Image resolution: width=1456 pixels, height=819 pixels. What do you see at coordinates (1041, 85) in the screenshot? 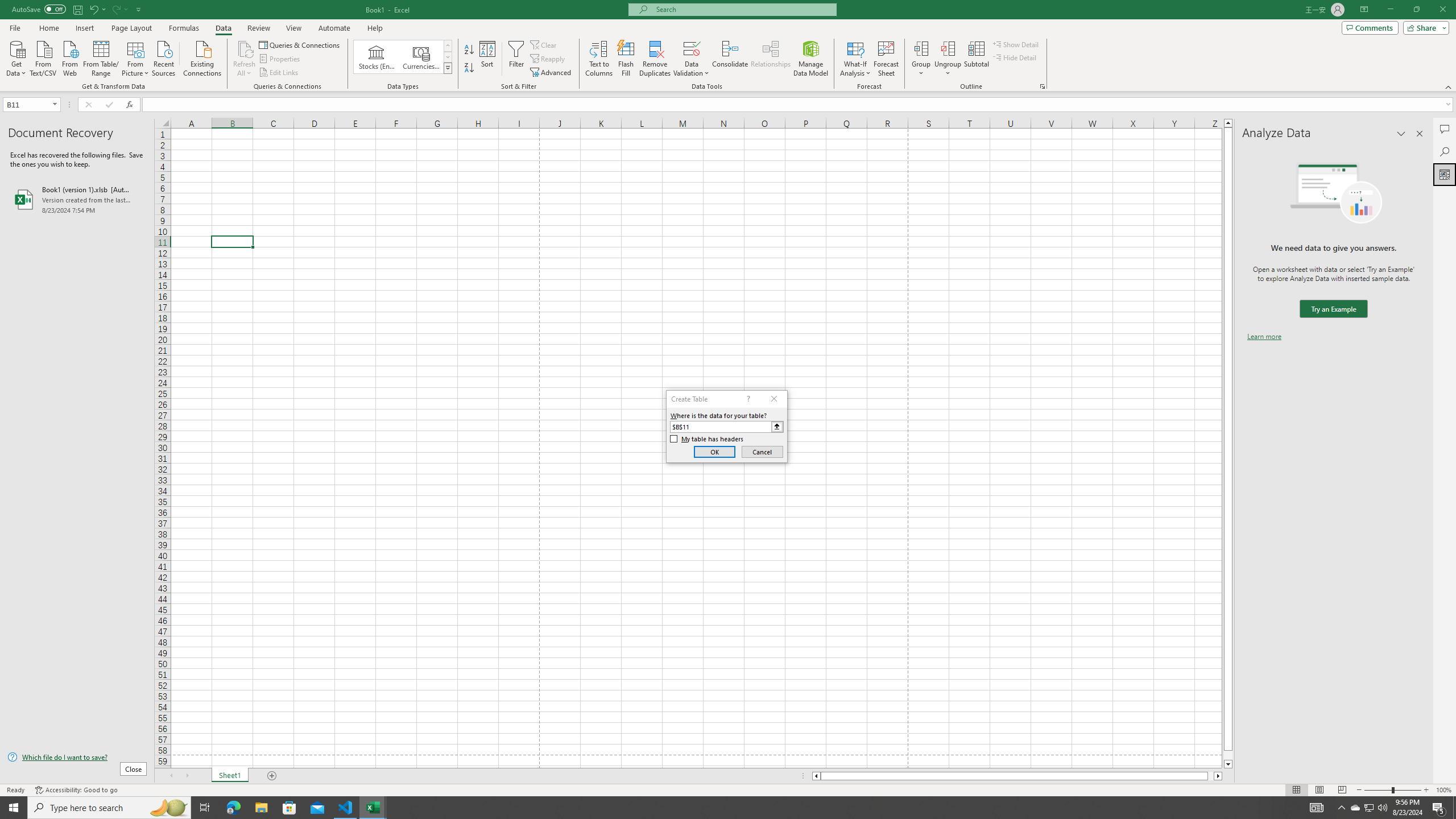
I see `'Group and Outline Settings'` at bounding box center [1041, 85].